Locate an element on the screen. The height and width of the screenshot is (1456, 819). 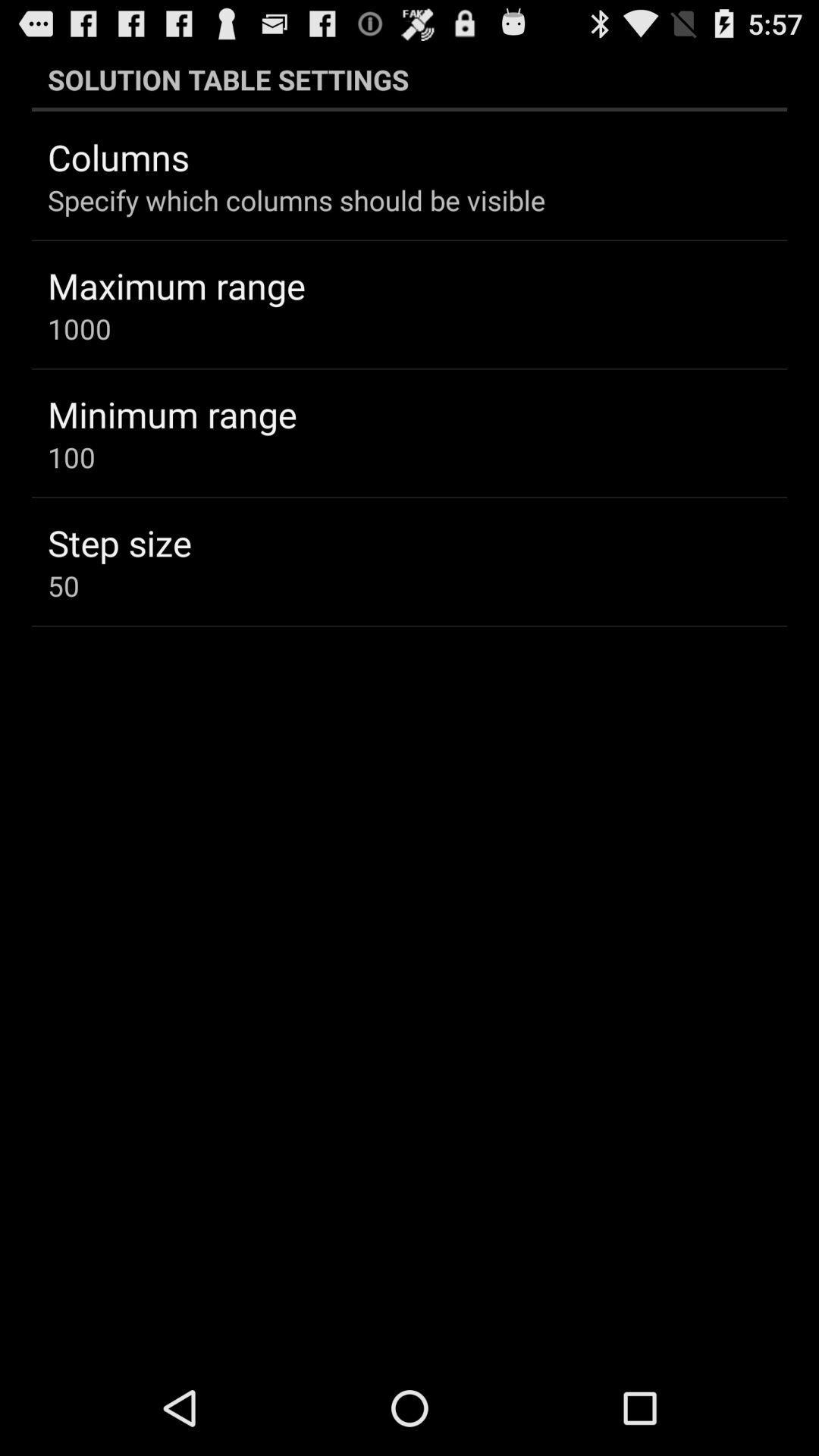
icon below the columns item is located at coordinates (297, 199).